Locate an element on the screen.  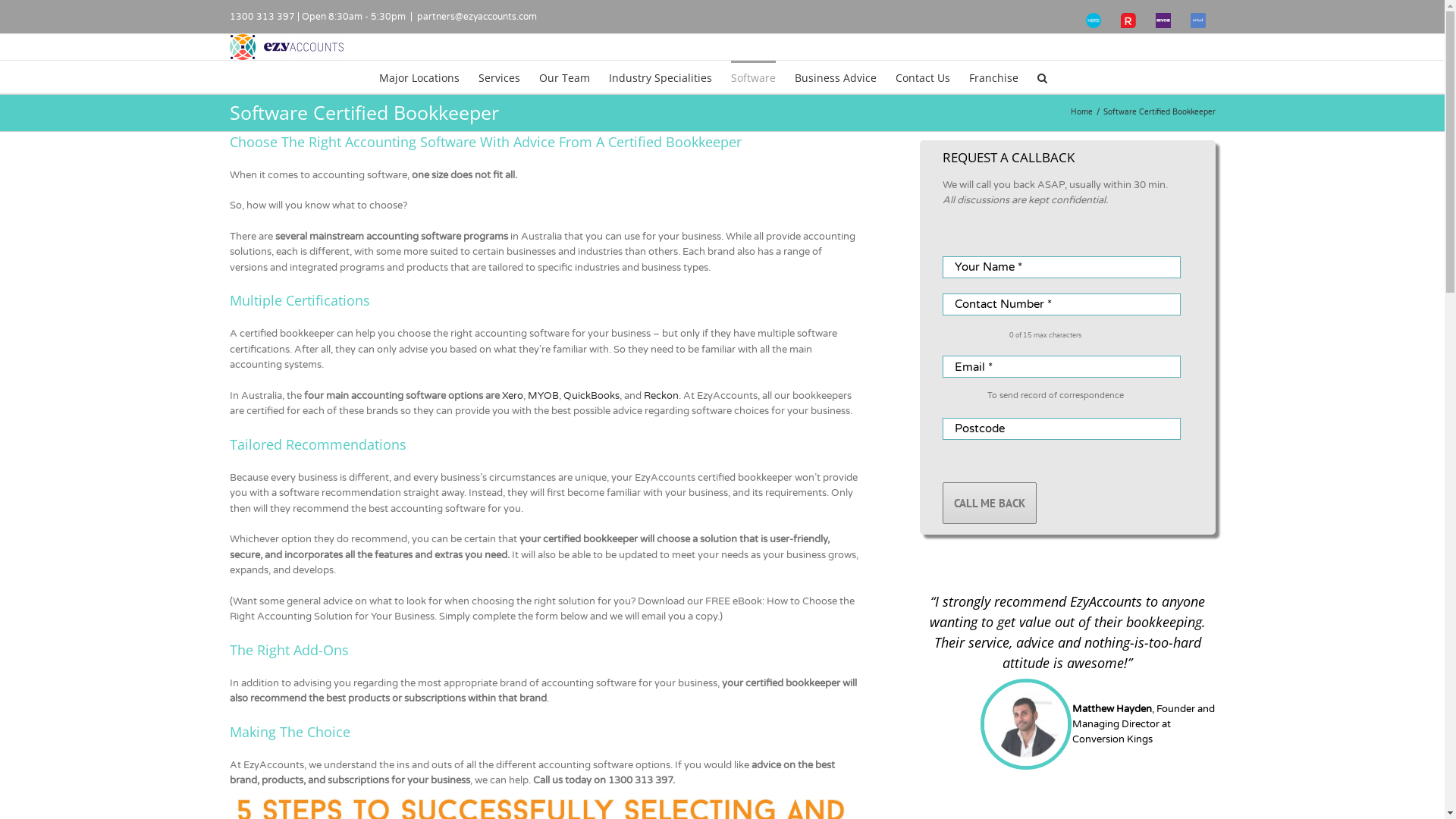
'Business Advice' is located at coordinates (835, 77).